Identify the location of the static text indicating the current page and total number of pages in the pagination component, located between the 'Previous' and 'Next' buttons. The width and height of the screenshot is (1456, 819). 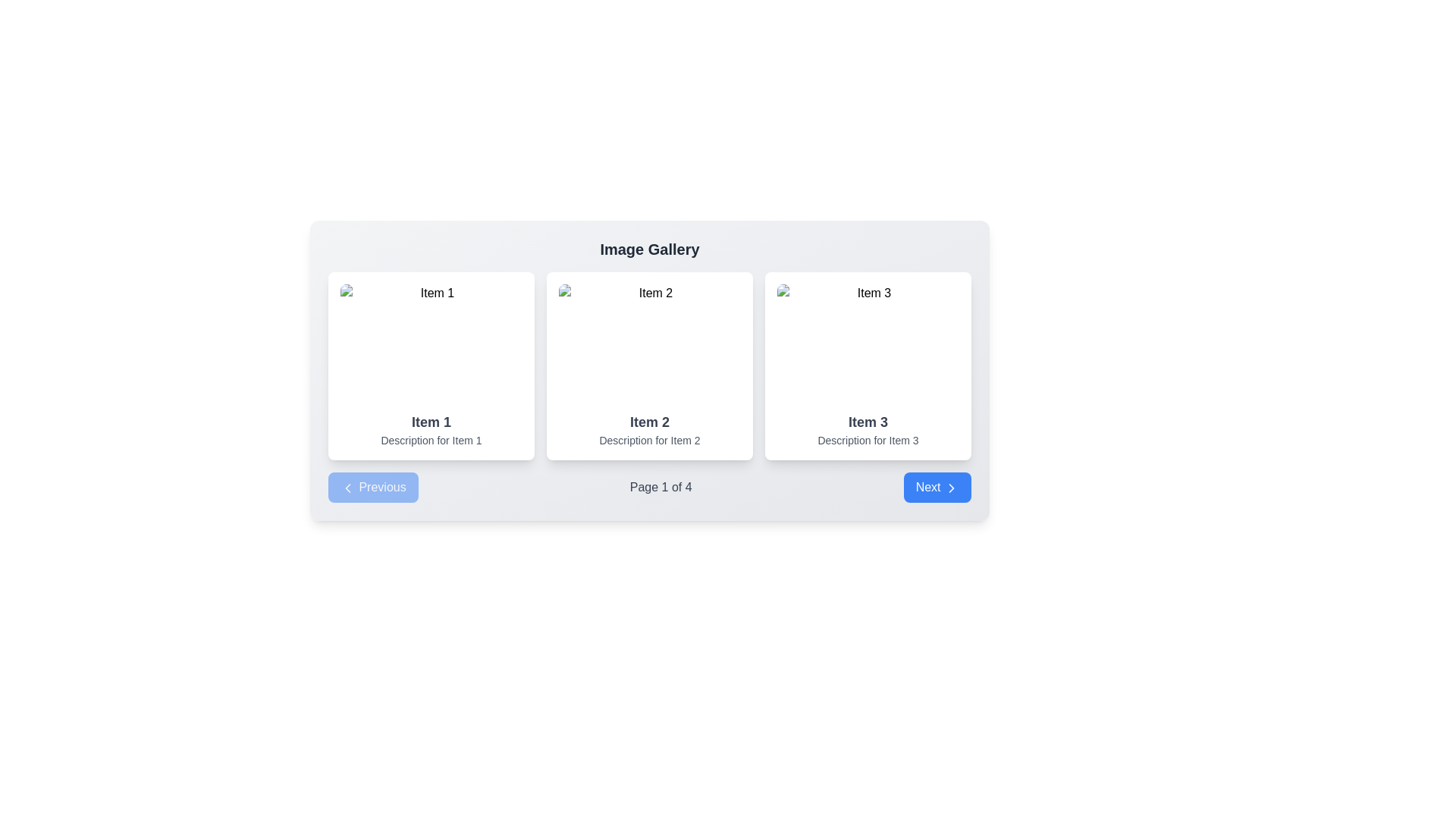
(661, 488).